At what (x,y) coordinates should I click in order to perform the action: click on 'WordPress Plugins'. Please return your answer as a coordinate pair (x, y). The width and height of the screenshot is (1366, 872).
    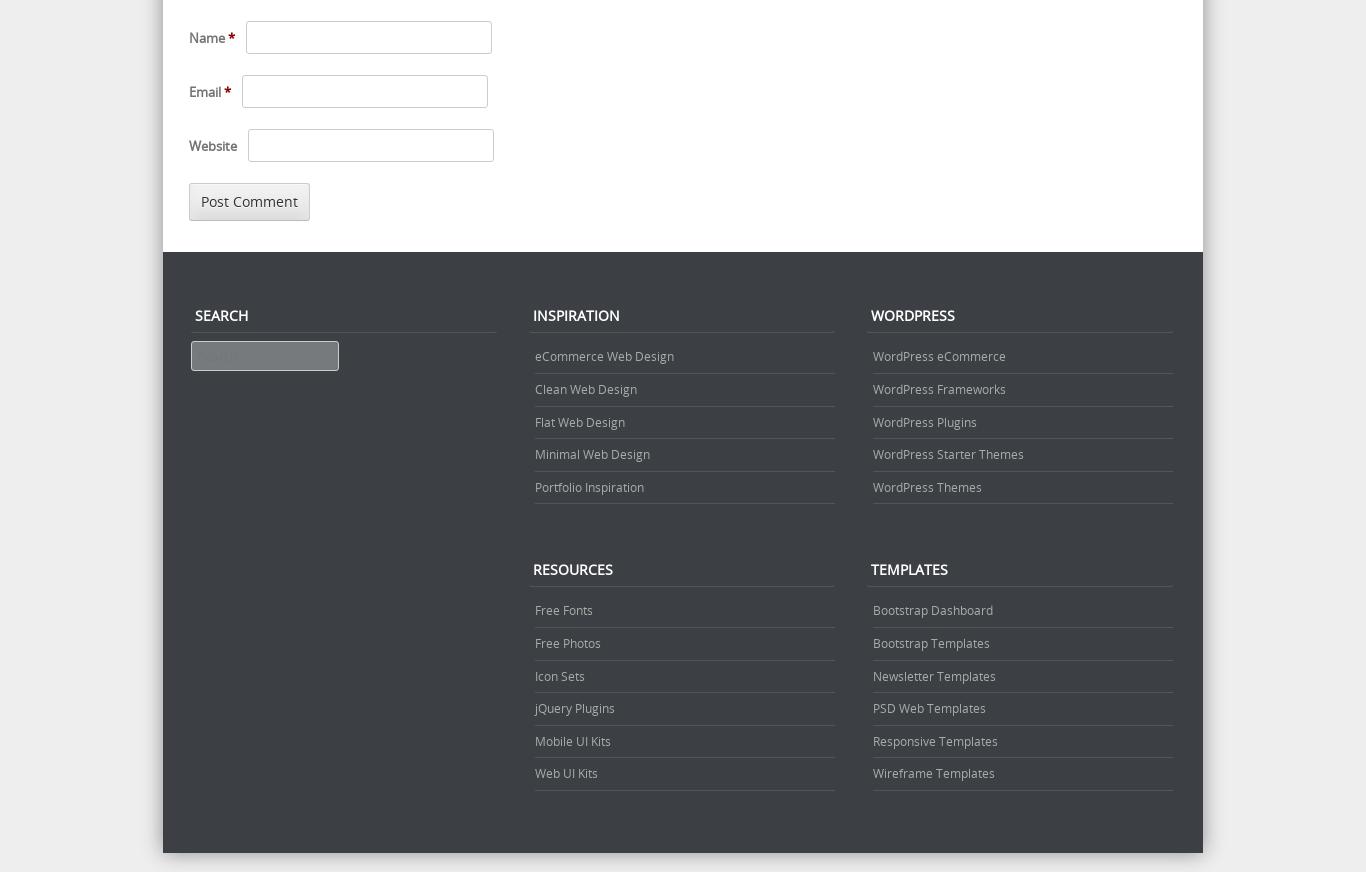
    Looking at the image, I should click on (872, 421).